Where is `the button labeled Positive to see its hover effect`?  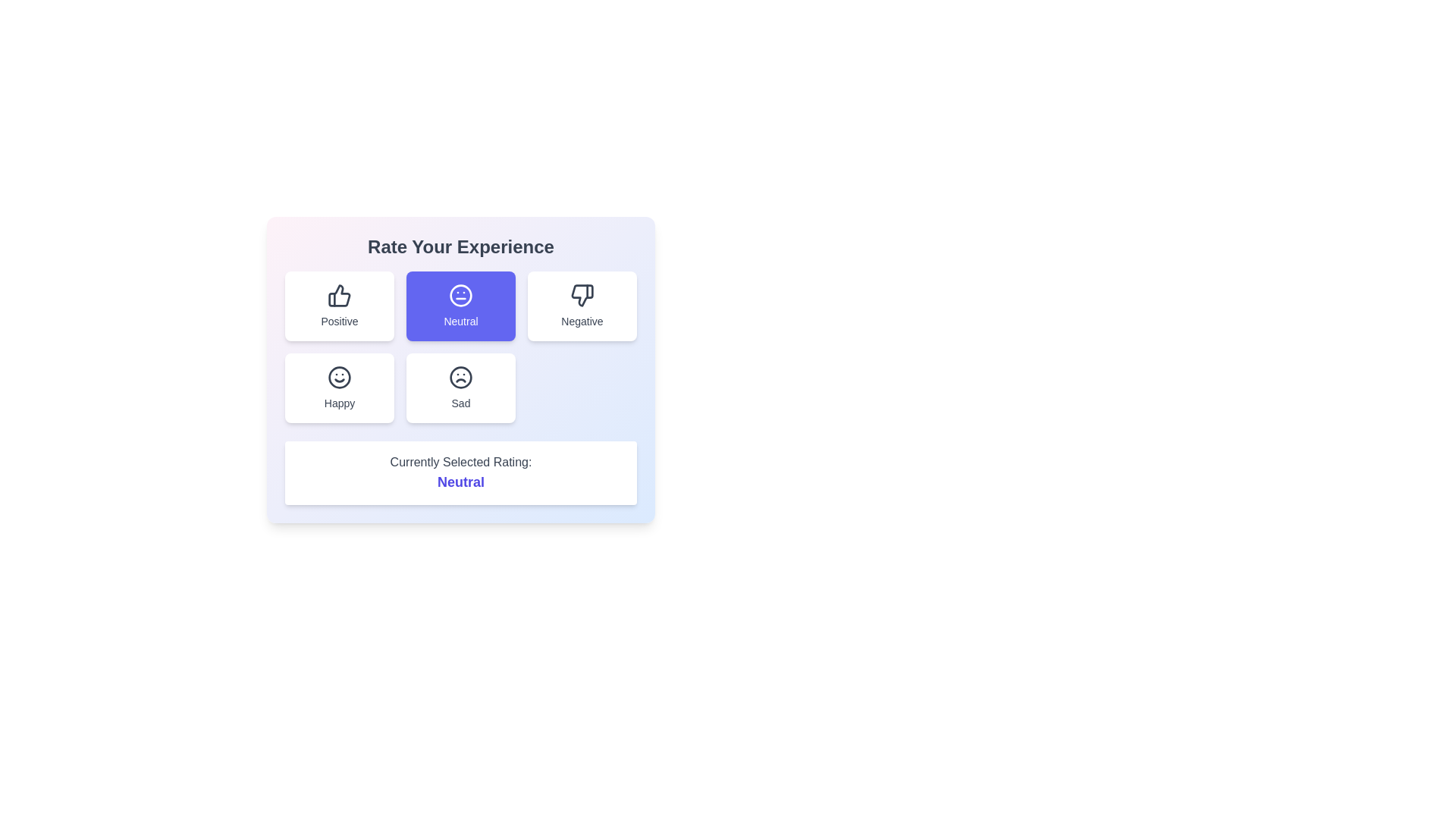
the button labeled Positive to see its hover effect is located at coordinates (338, 306).